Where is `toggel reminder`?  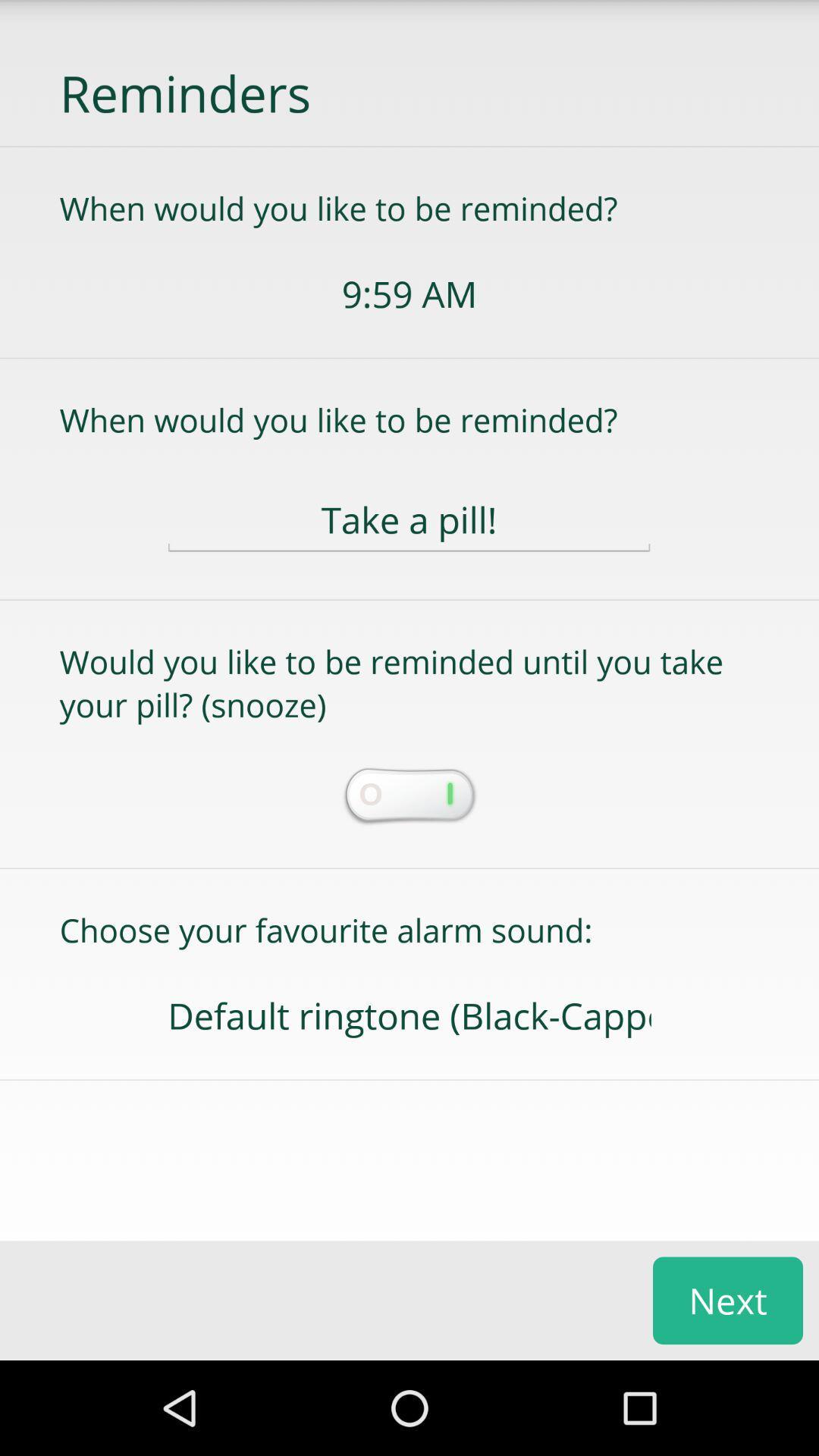 toggel reminder is located at coordinates (408, 796).